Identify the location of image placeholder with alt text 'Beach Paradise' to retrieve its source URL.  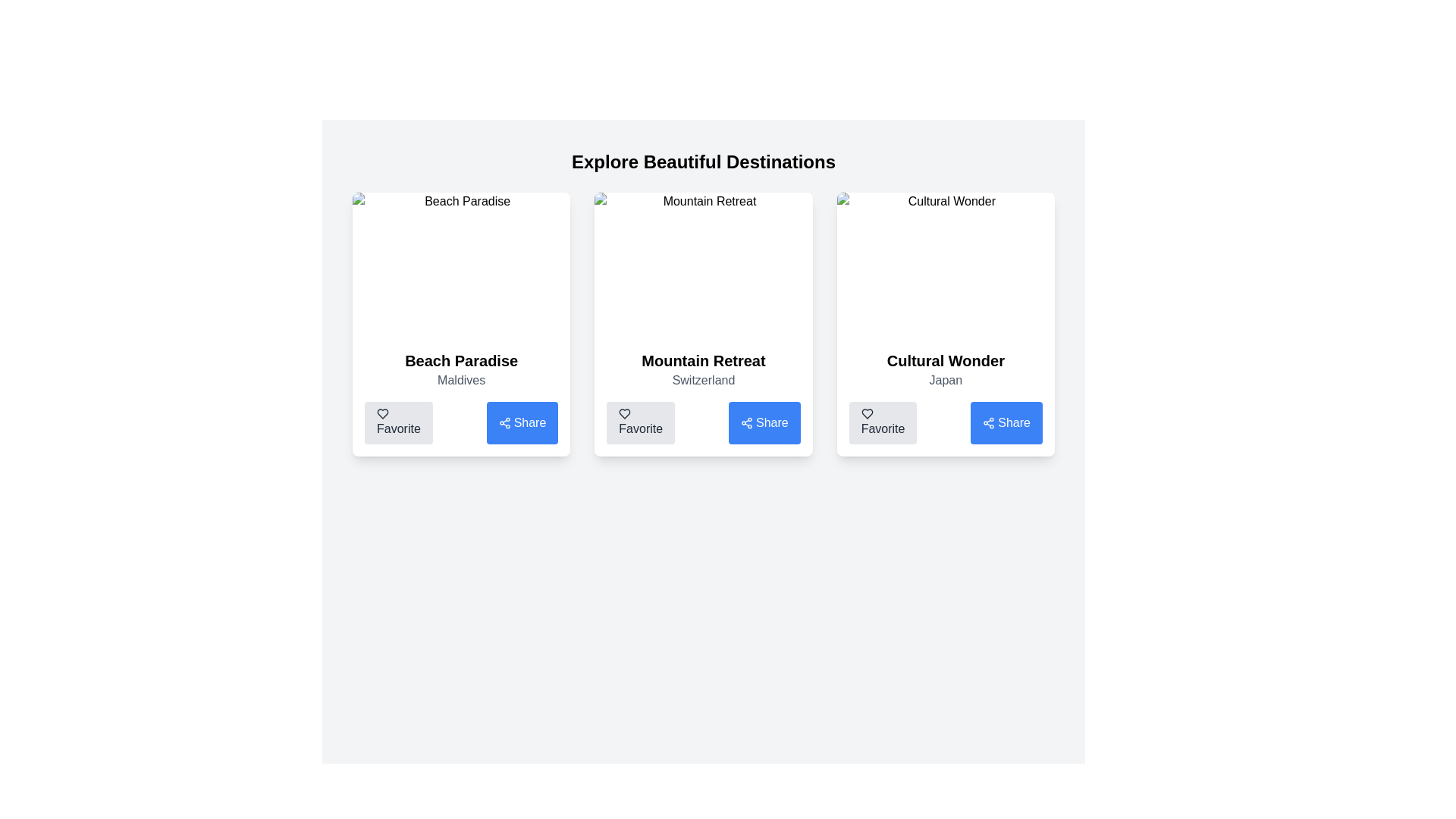
(460, 265).